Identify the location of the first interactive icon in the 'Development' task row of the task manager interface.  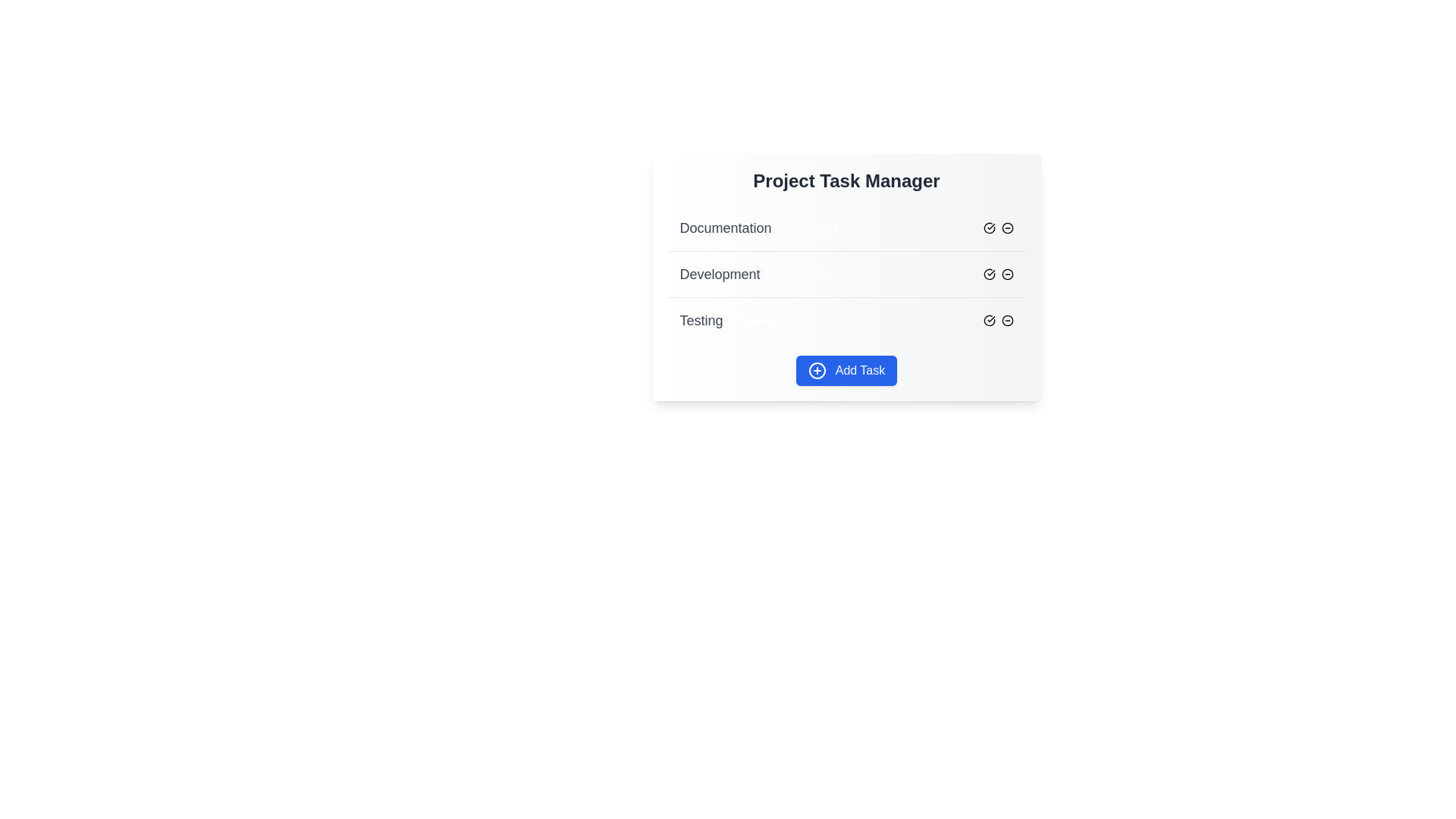
(989, 275).